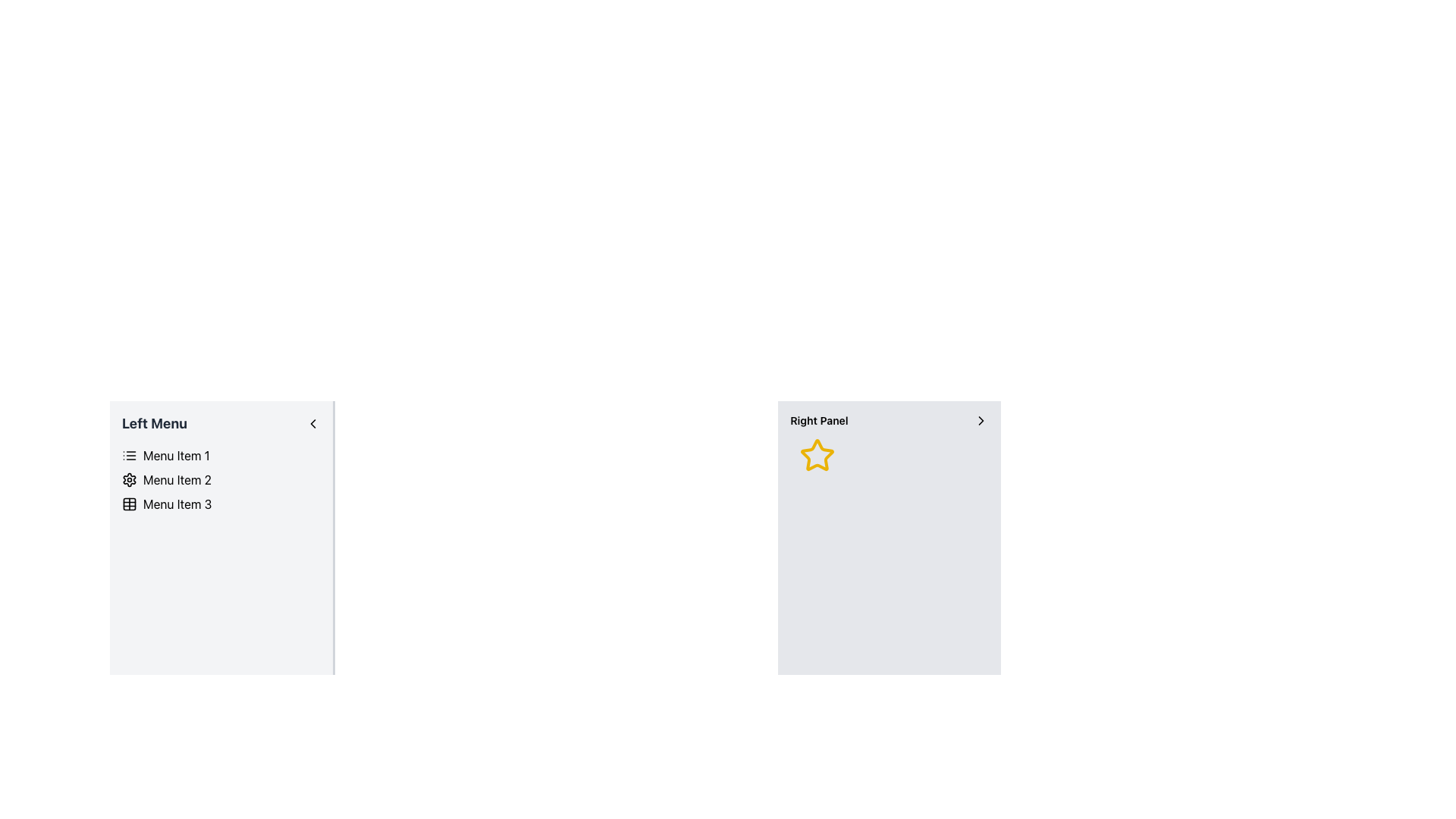 The height and width of the screenshot is (819, 1456). I want to click on the Text Label that serves as the heading or title for the menu section, located near the upper left area of the menu panel, so click(154, 424).